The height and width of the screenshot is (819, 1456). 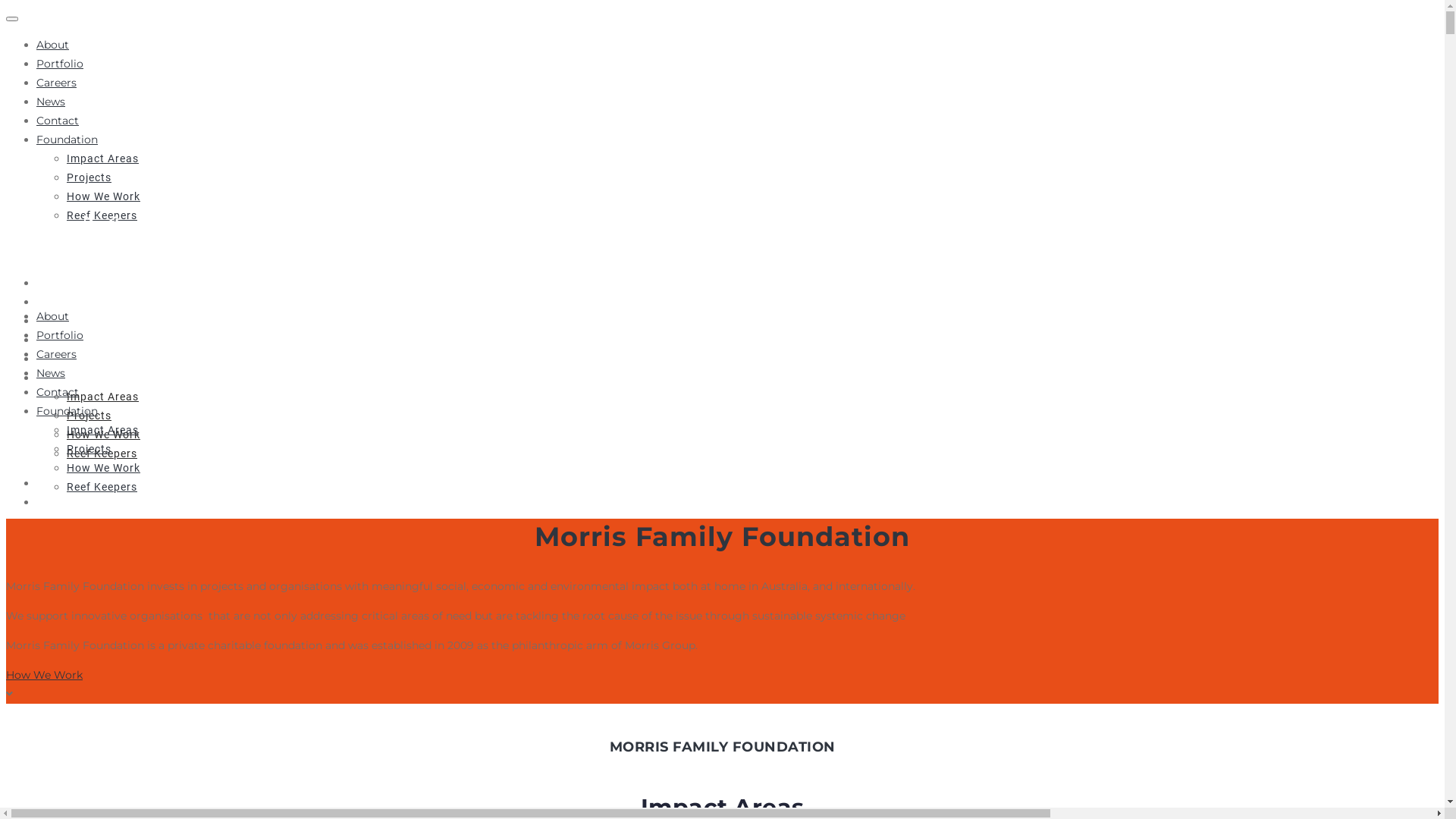 What do you see at coordinates (102, 195) in the screenshot?
I see `'How We Work'` at bounding box center [102, 195].